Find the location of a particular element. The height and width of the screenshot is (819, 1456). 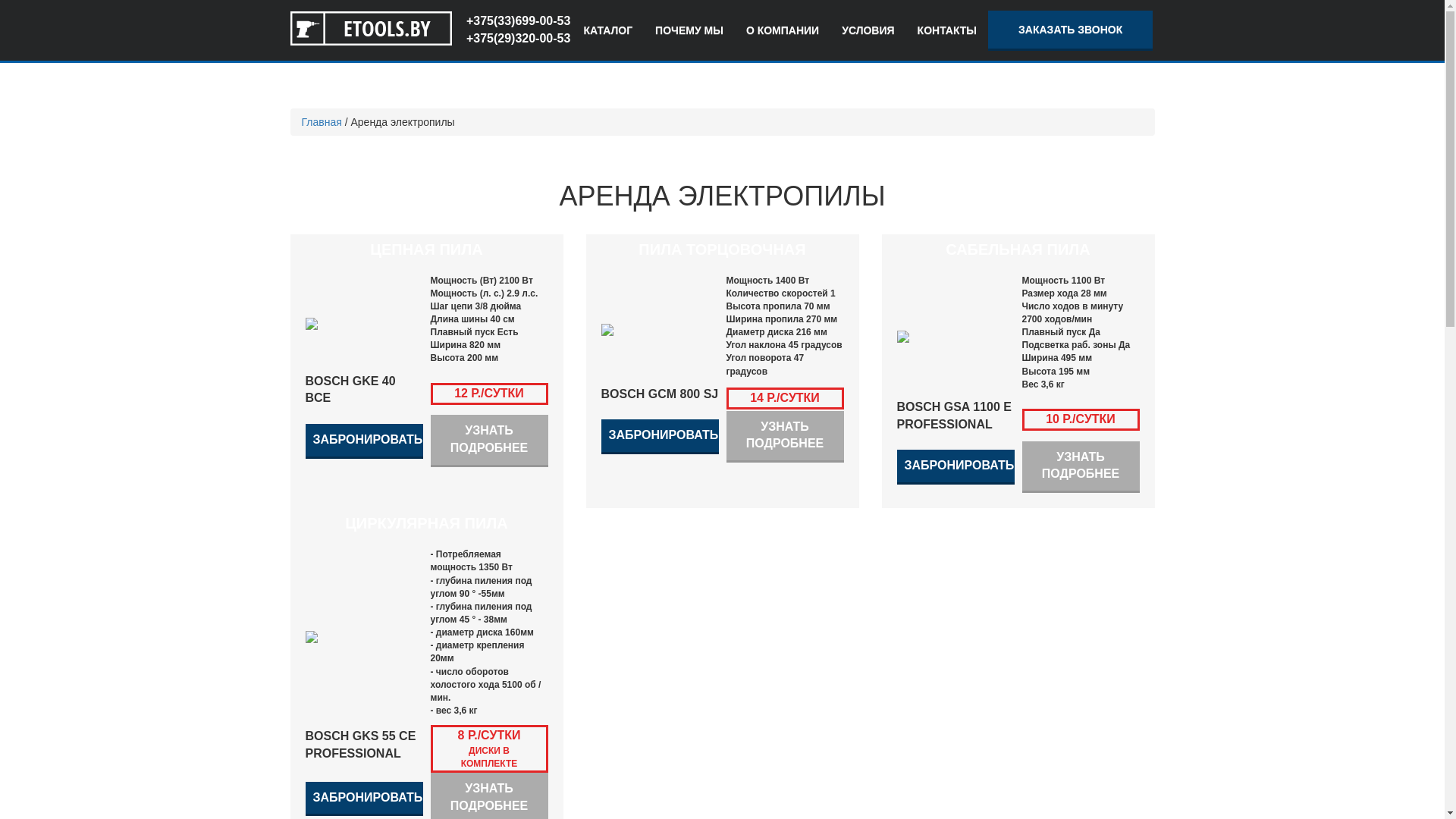

'+375(33)699-00-53' is located at coordinates (518, 21).